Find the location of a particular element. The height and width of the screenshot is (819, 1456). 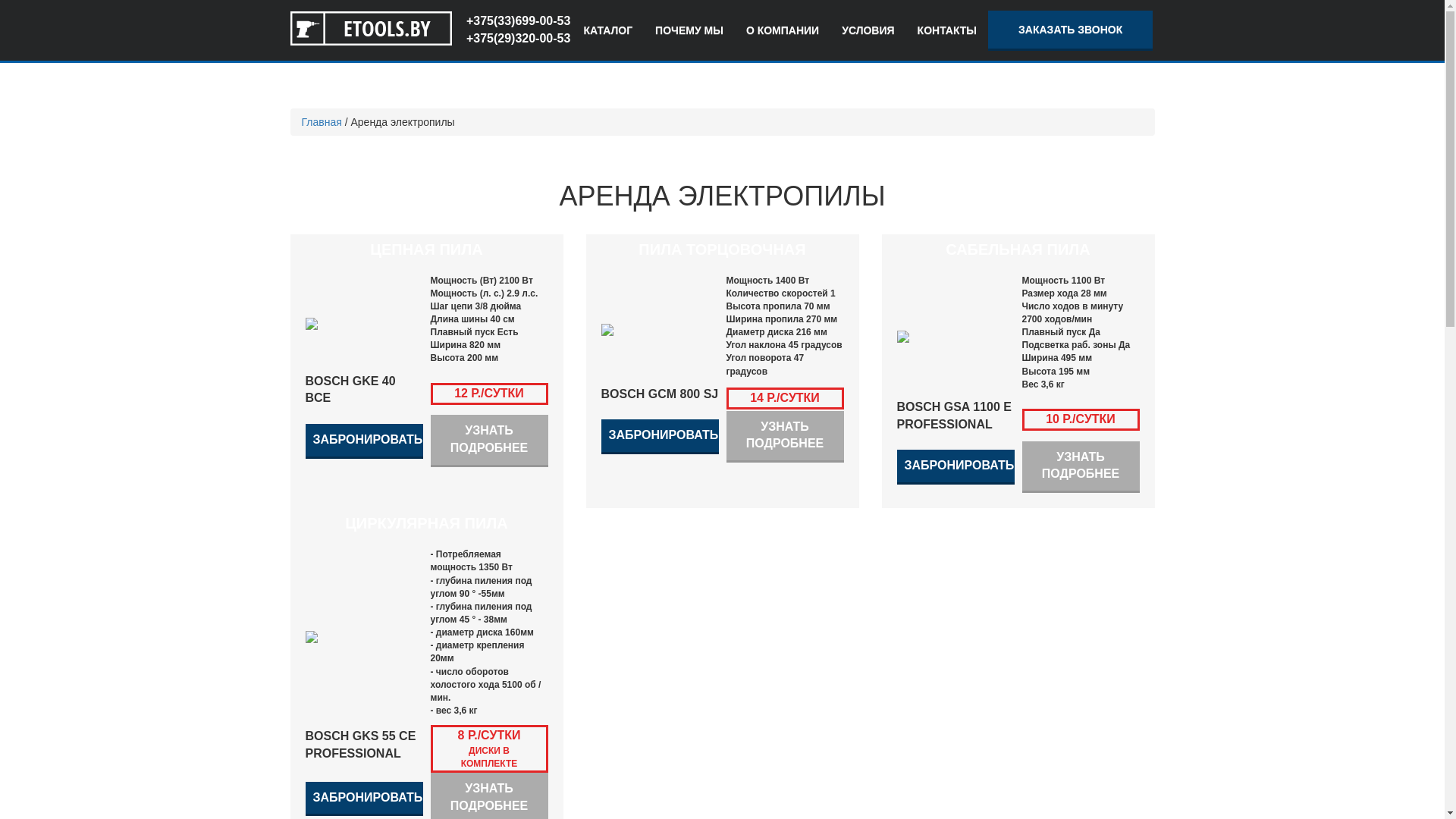

'+375(33)699-00-53' is located at coordinates (518, 21).